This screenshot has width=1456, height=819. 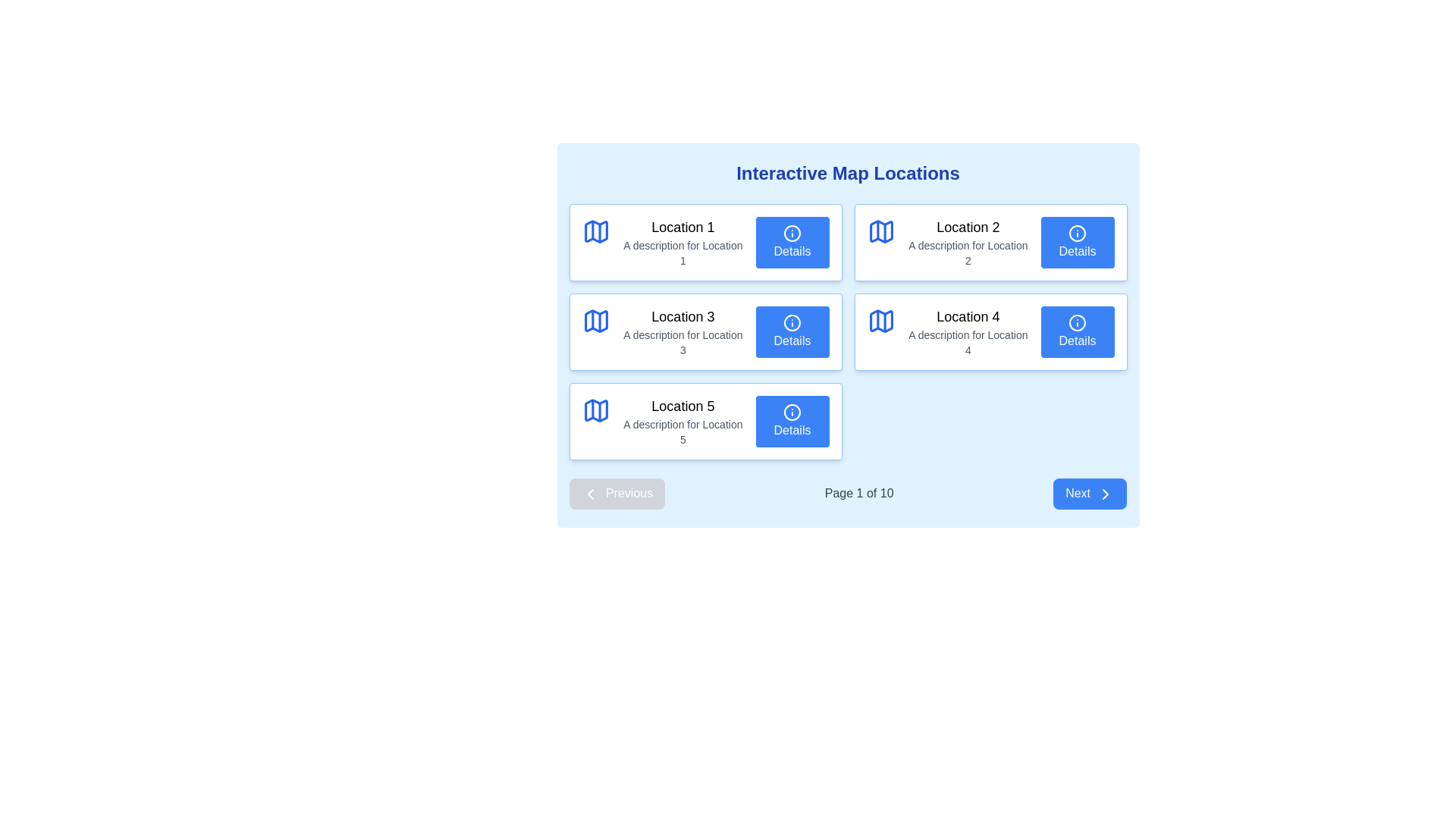 I want to click on the Card Layout Component located at the bottom left of the grid, which features a title, description, and an interactive button, styled with a white background and blue border, so click(x=704, y=421).